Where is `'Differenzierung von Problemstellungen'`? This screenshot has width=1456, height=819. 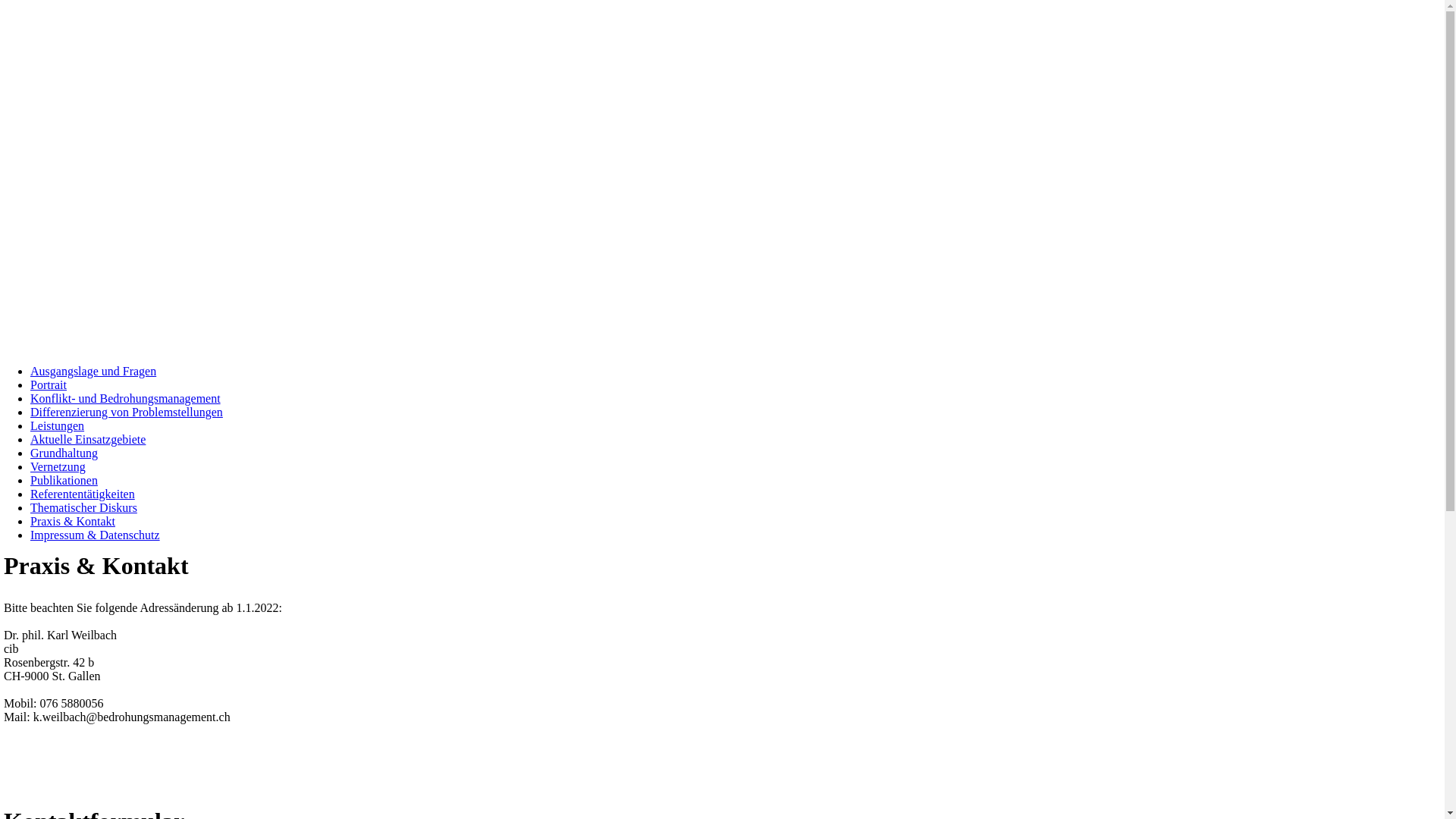
'Differenzierung von Problemstellungen' is located at coordinates (30, 412).